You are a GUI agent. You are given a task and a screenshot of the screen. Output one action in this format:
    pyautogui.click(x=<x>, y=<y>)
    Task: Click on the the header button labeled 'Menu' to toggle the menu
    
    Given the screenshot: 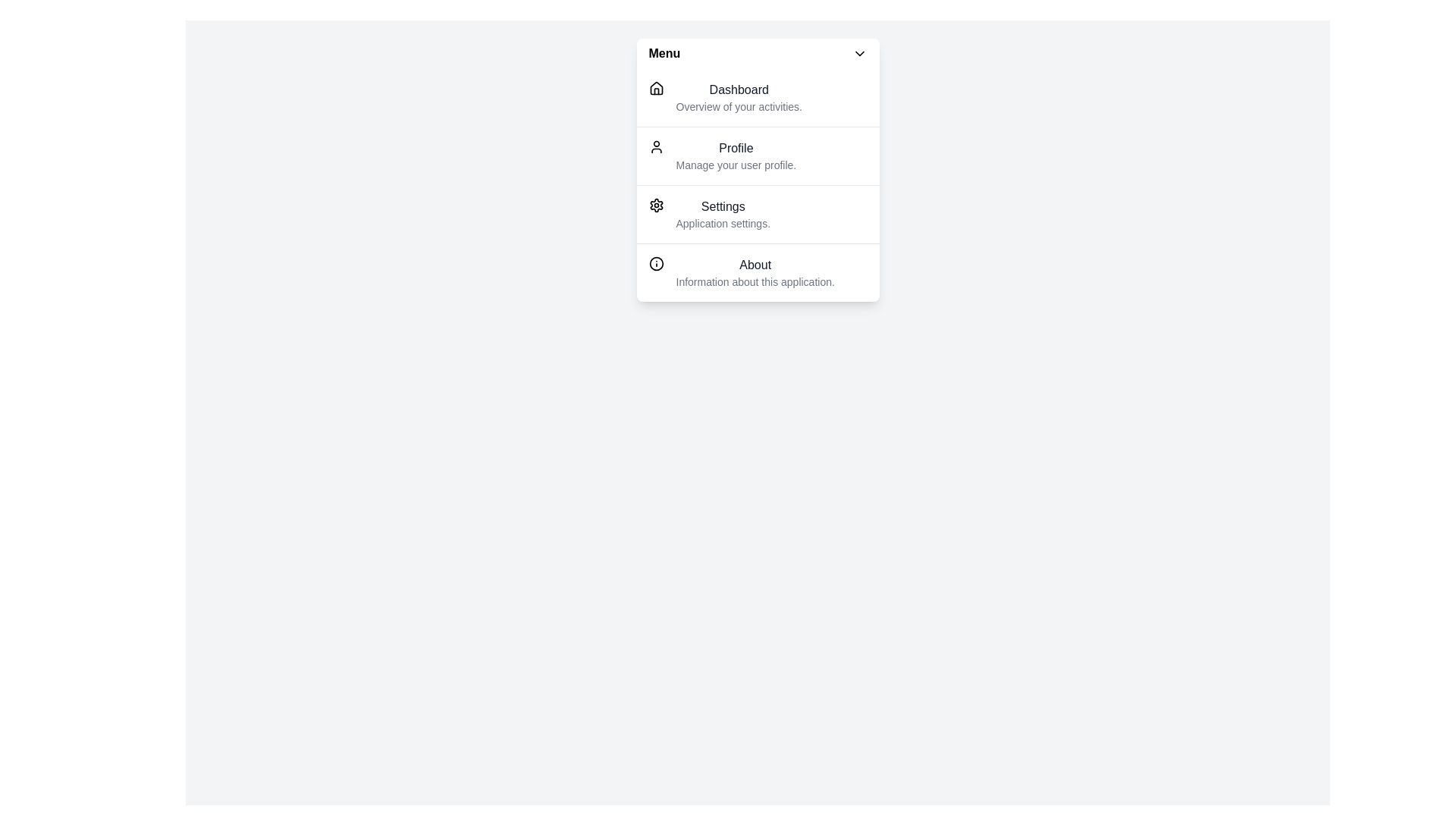 What is the action you would take?
    pyautogui.click(x=758, y=52)
    